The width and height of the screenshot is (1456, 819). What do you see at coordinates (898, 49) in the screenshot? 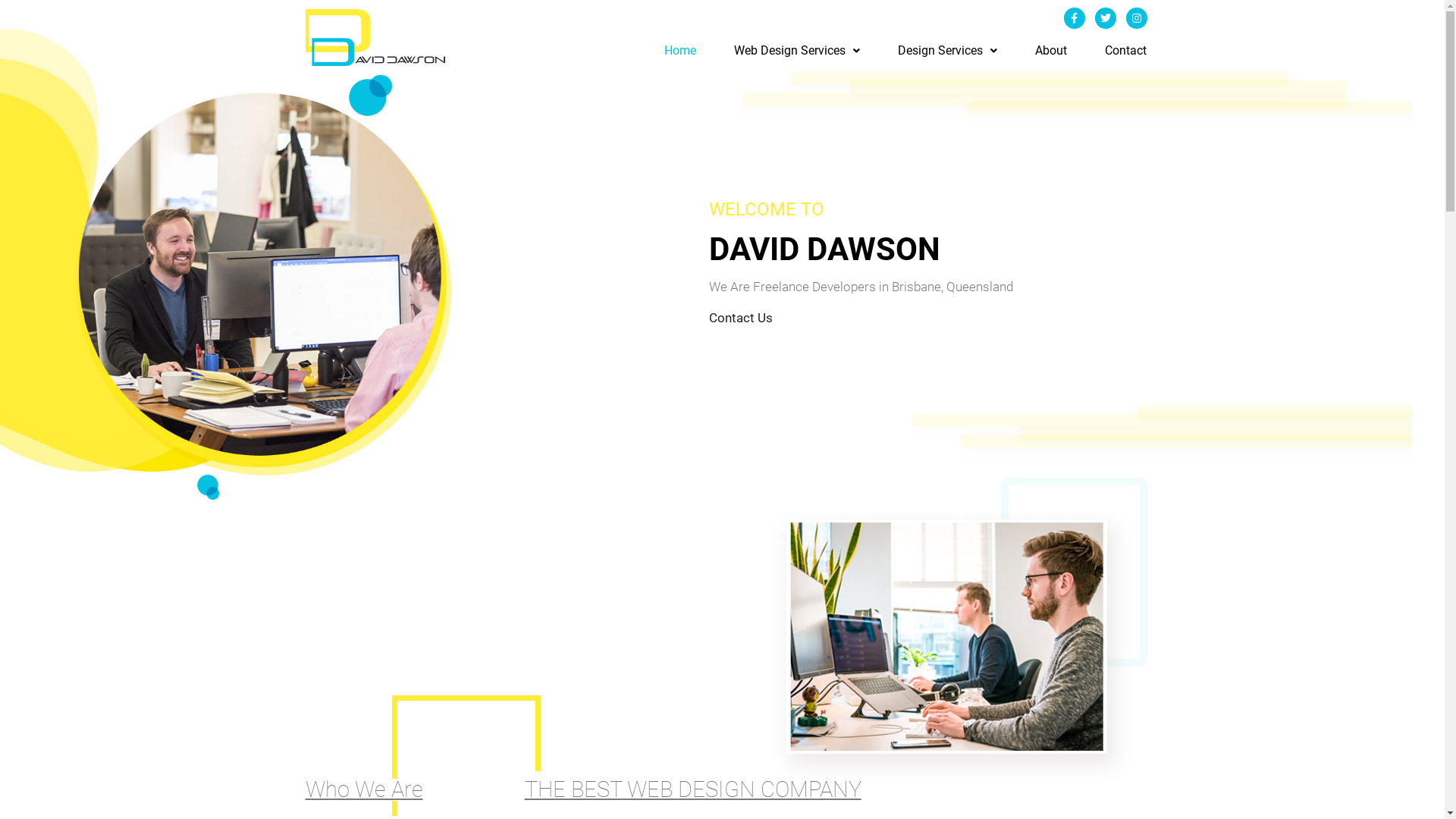
I see `'Design Services'` at bounding box center [898, 49].